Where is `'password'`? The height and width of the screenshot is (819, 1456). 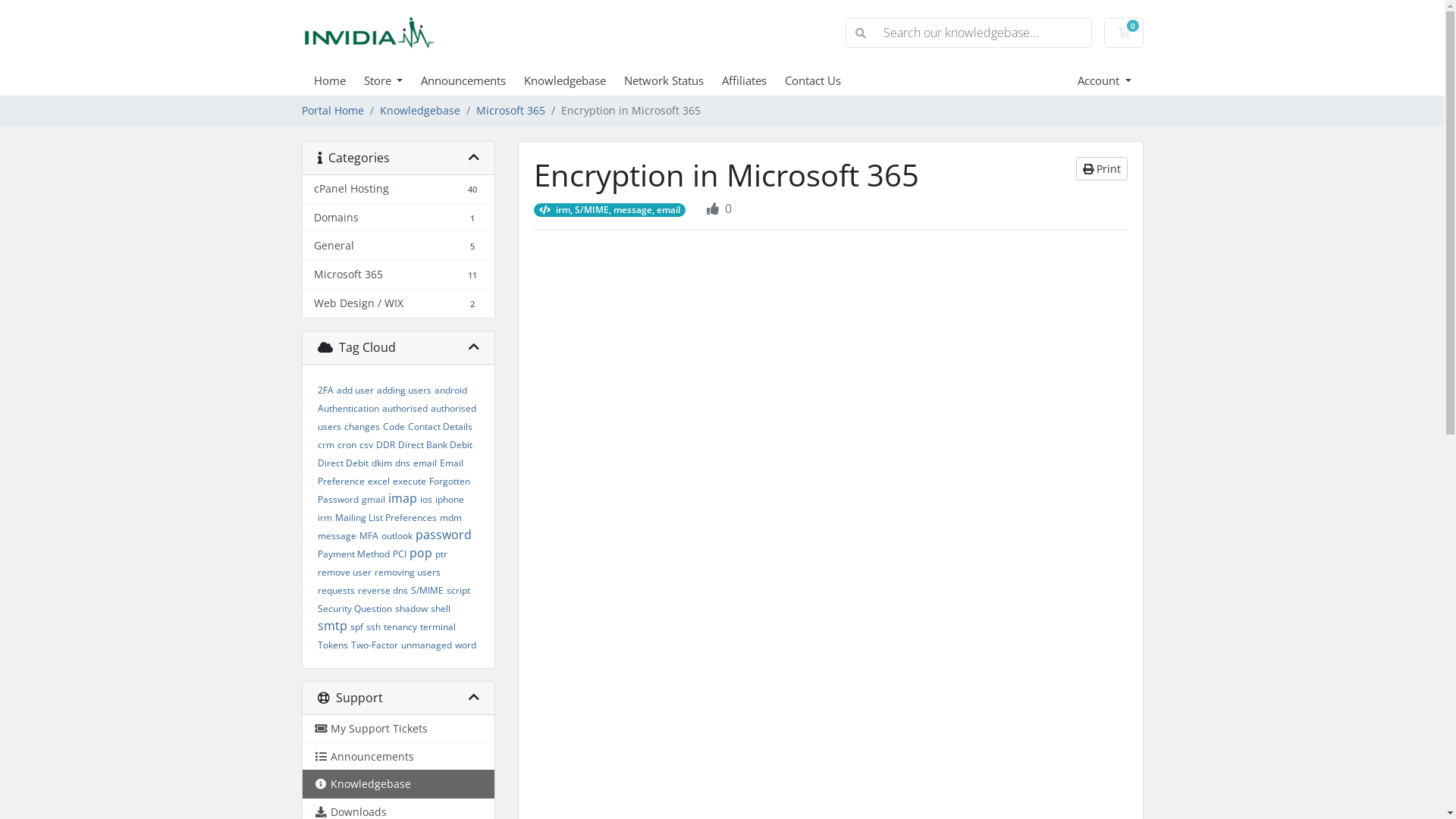 'password' is located at coordinates (443, 534).